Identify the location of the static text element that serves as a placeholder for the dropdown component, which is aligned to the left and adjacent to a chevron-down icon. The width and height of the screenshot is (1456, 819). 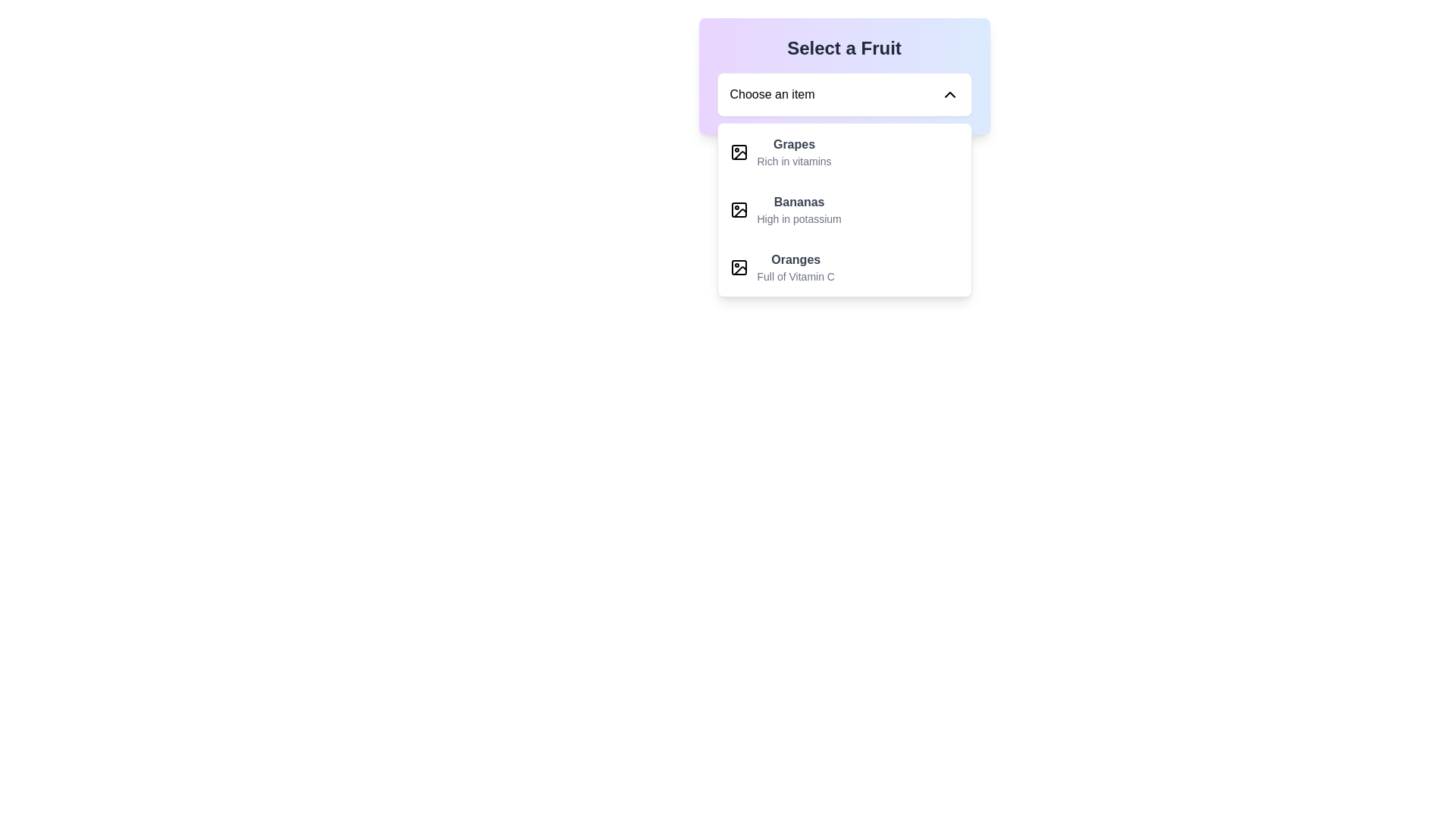
(772, 94).